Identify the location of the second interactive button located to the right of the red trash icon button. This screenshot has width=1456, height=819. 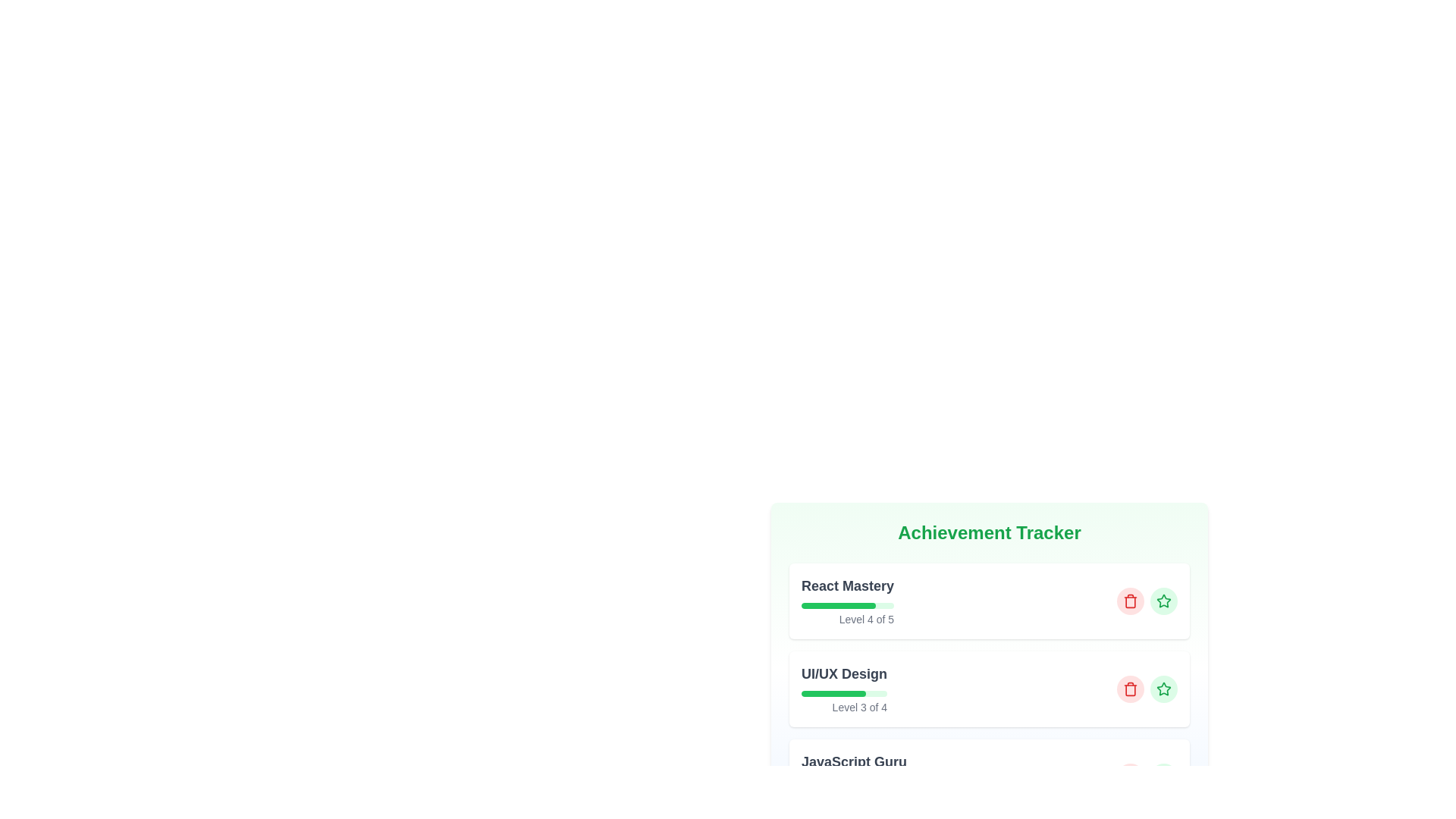
(1163, 689).